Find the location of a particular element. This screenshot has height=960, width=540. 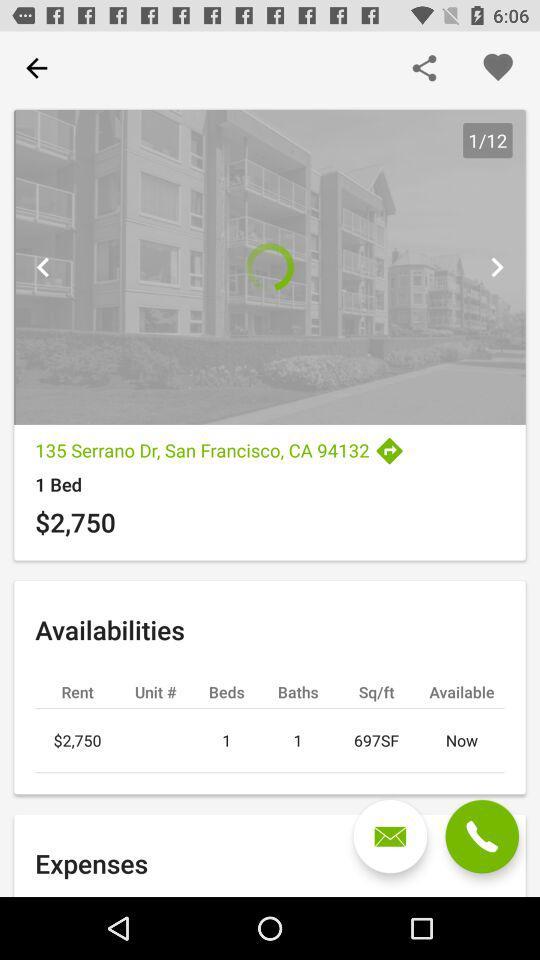

call is located at coordinates (481, 836).